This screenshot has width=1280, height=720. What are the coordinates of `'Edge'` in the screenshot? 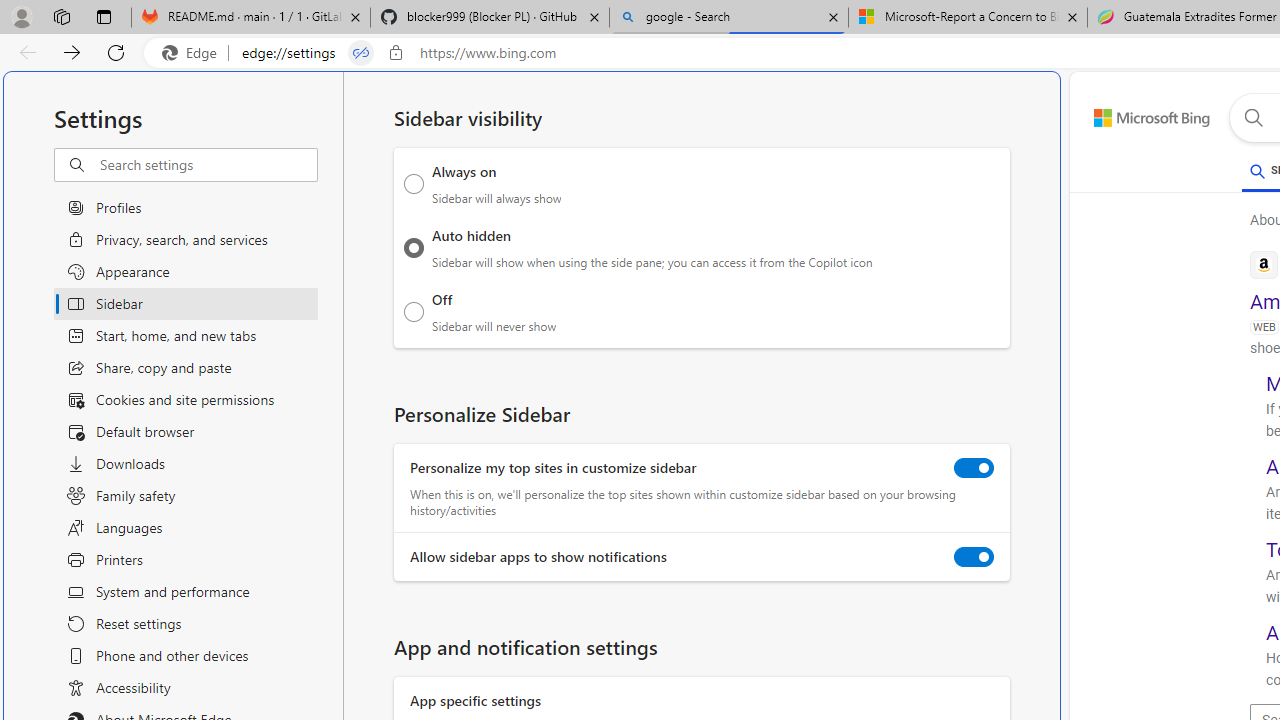 It's located at (194, 52).